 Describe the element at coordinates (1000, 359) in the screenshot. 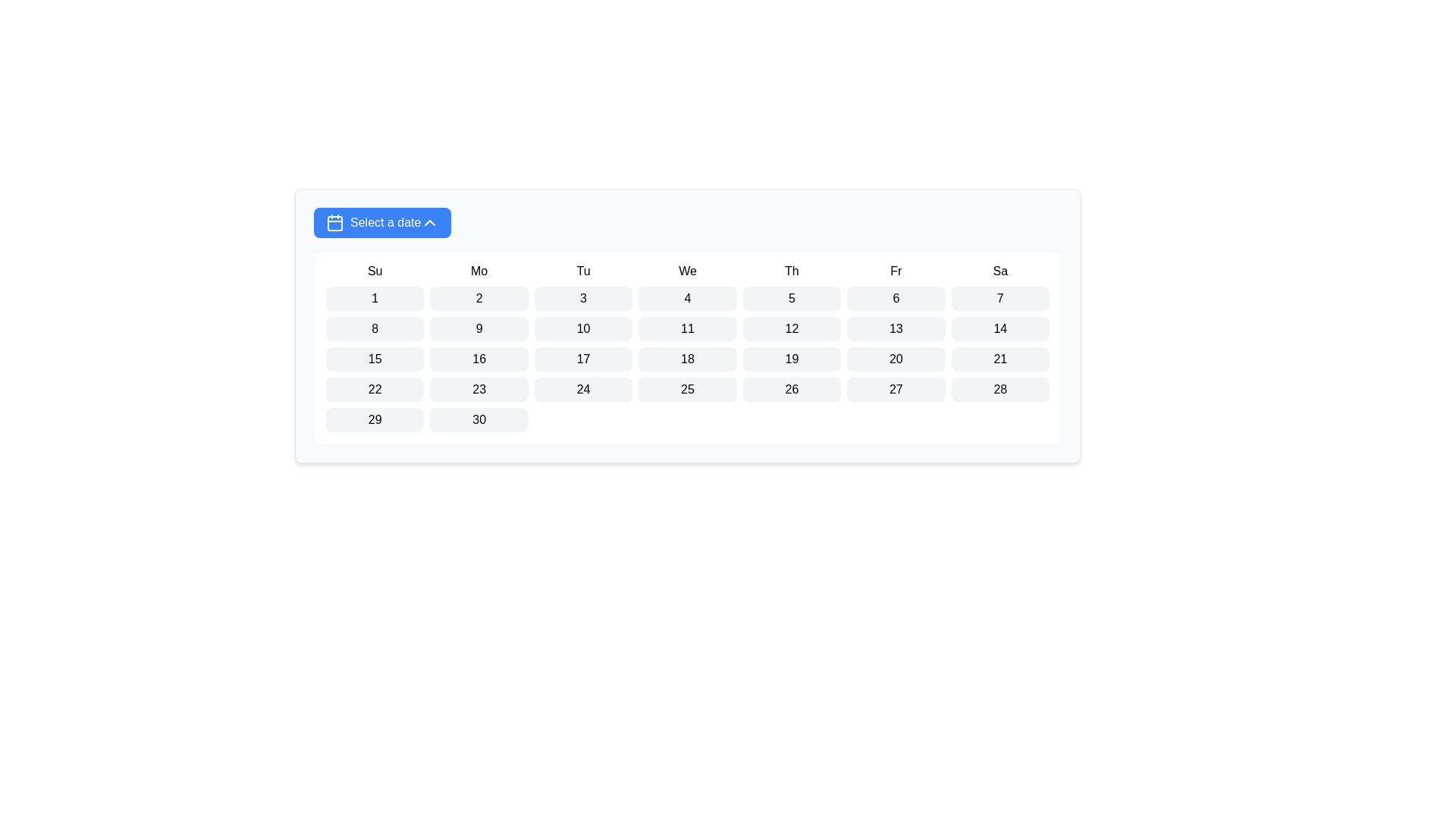

I see `the clickable calendar date cell representing the 21st day of the month, located in the sixth row and seventh column under the 'Sa' label to trigger a hover effect` at that location.